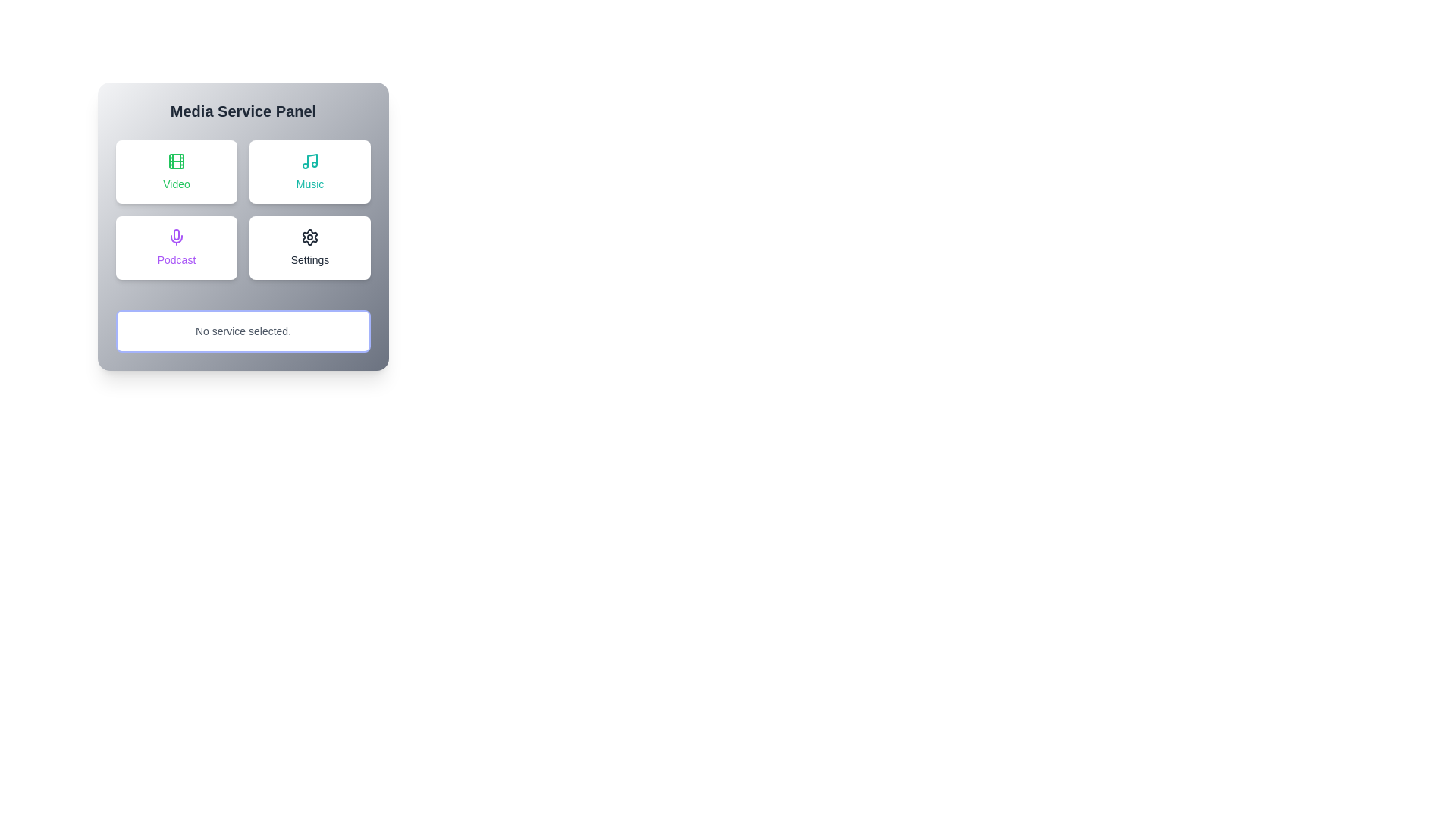  I want to click on the music icon represented as a stylized musical note within a teal square button in the top-right section of the 2x2 grid of service options, so click(309, 161).